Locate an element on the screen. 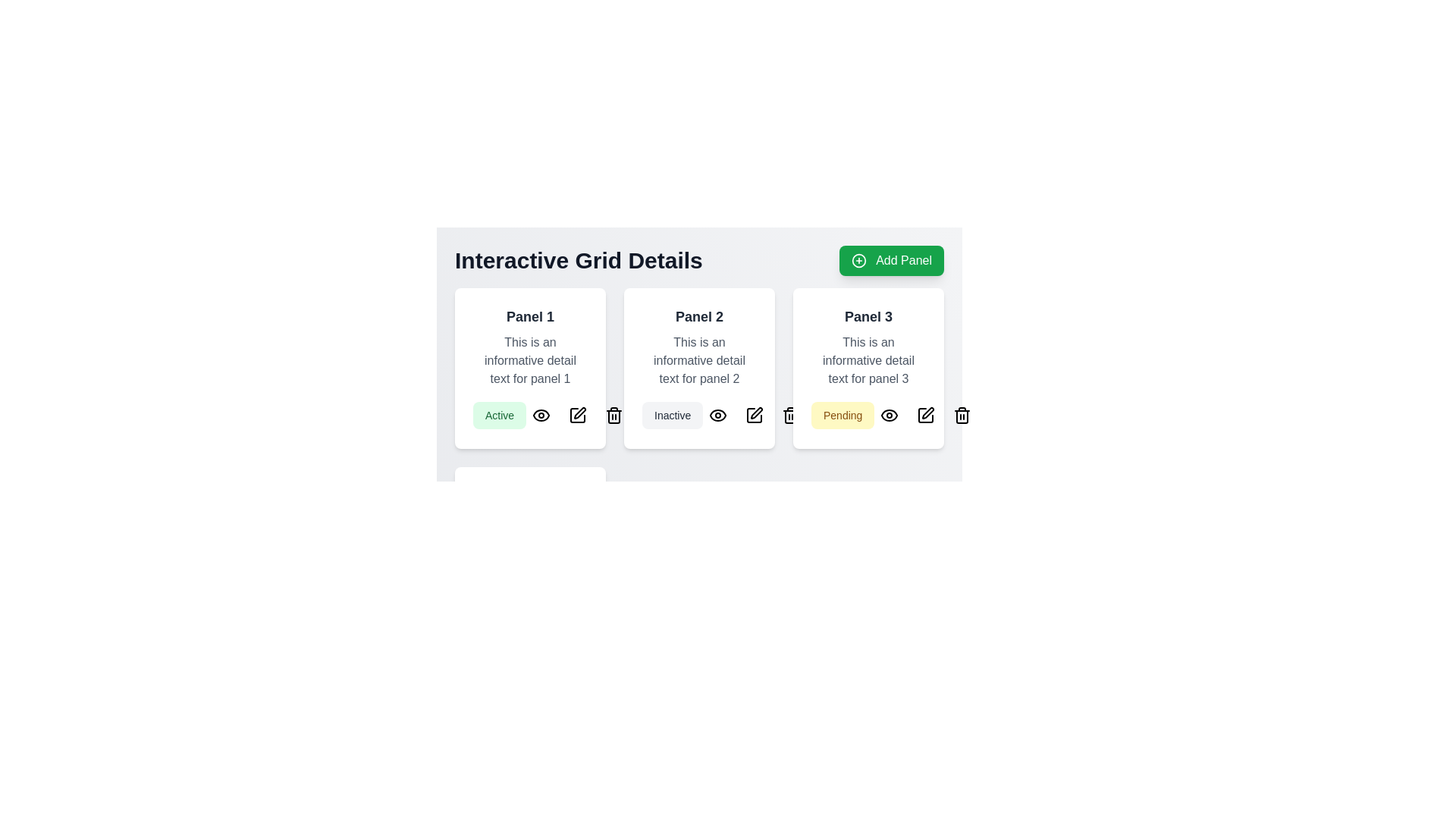 The width and height of the screenshot is (1456, 819). text label 'Panel 2' that is prominently displayed at the top of the middle card among three horizontally arranged panels is located at coordinates (698, 315).